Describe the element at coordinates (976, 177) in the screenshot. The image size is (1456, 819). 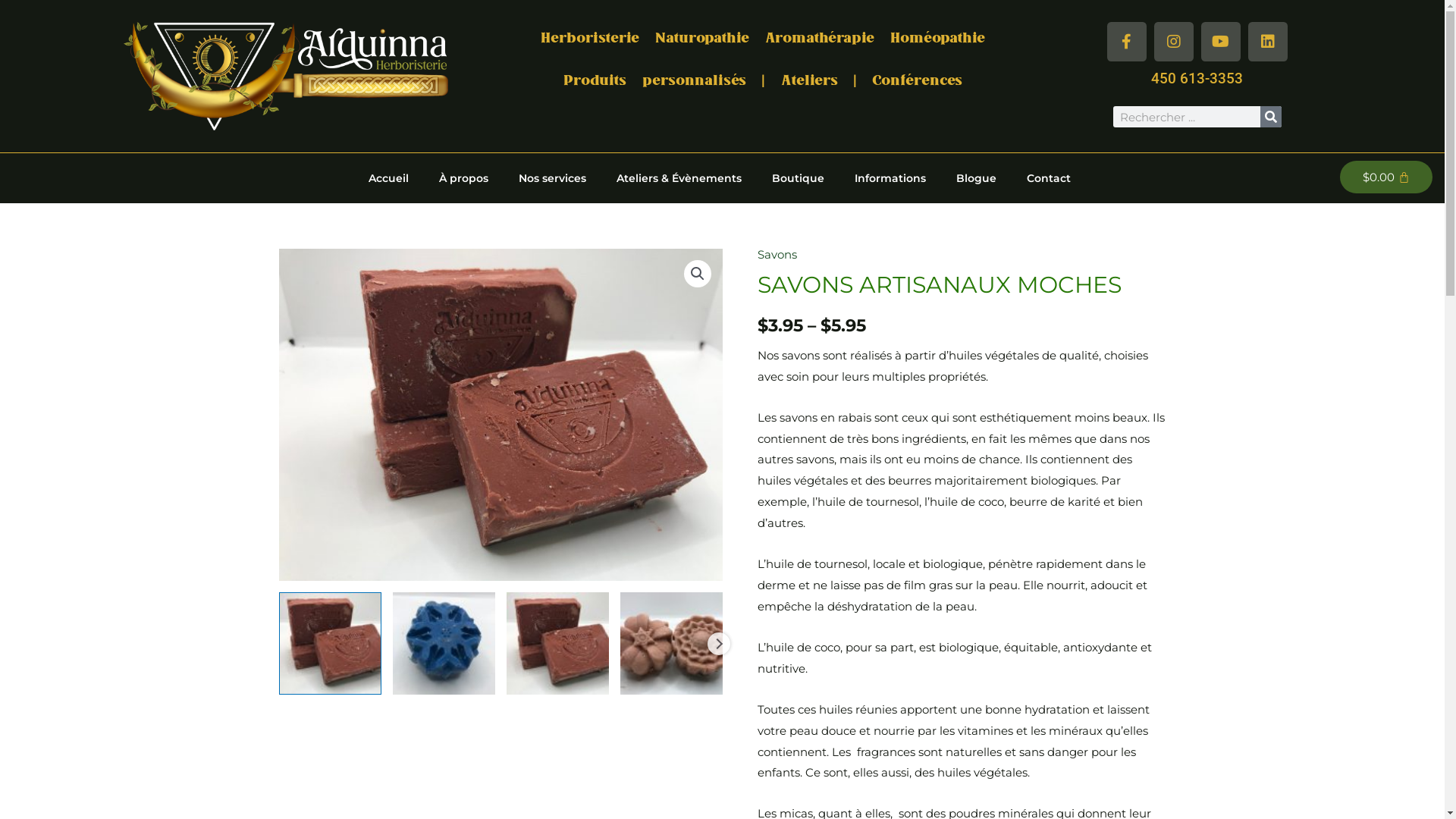
I see `'Blogue'` at that location.